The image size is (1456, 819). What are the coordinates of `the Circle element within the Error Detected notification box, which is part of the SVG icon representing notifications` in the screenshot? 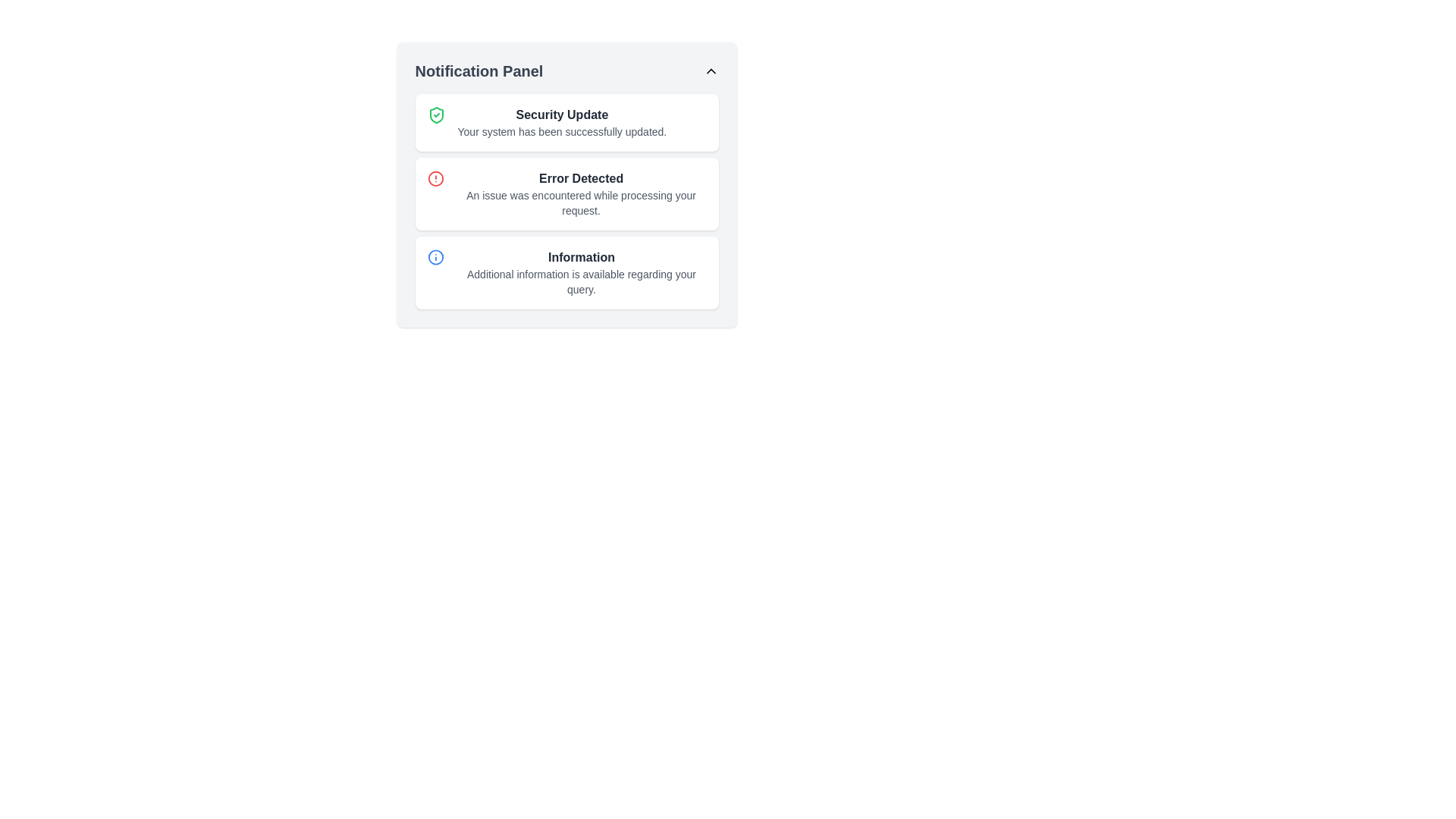 It's located at (435, 177).